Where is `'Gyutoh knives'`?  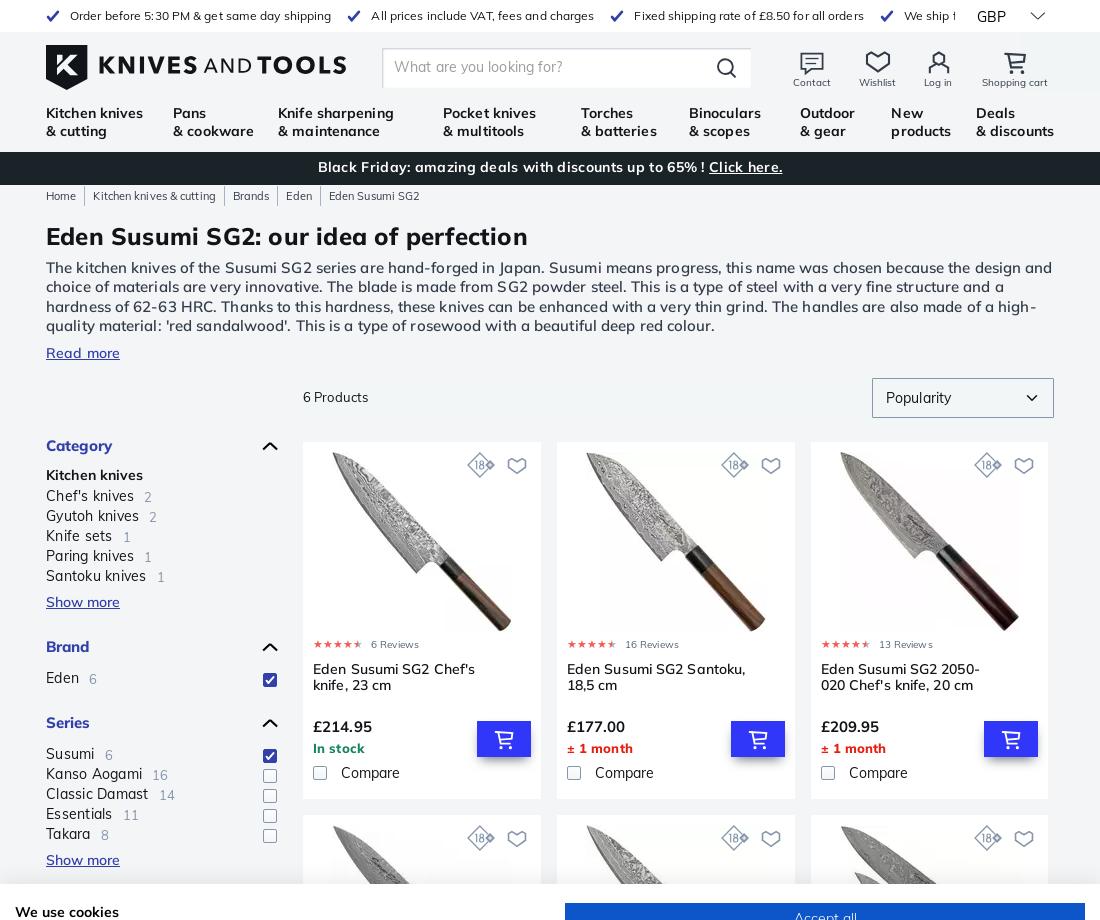 'Gyutoh knives' is located at coordinates (92, 516).